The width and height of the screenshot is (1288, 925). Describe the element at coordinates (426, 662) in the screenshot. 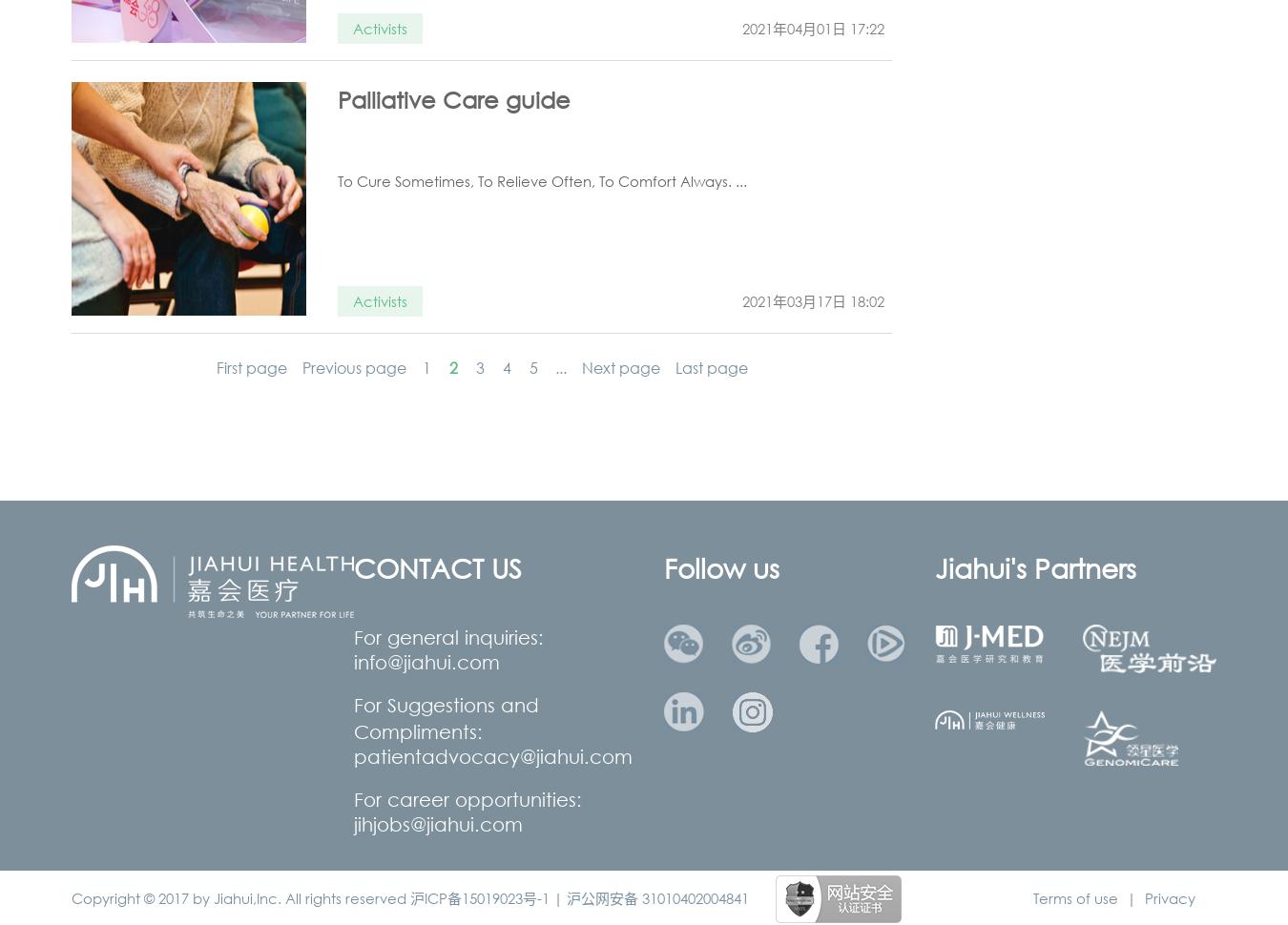

I see `'info@jiahui.com'` at that location.